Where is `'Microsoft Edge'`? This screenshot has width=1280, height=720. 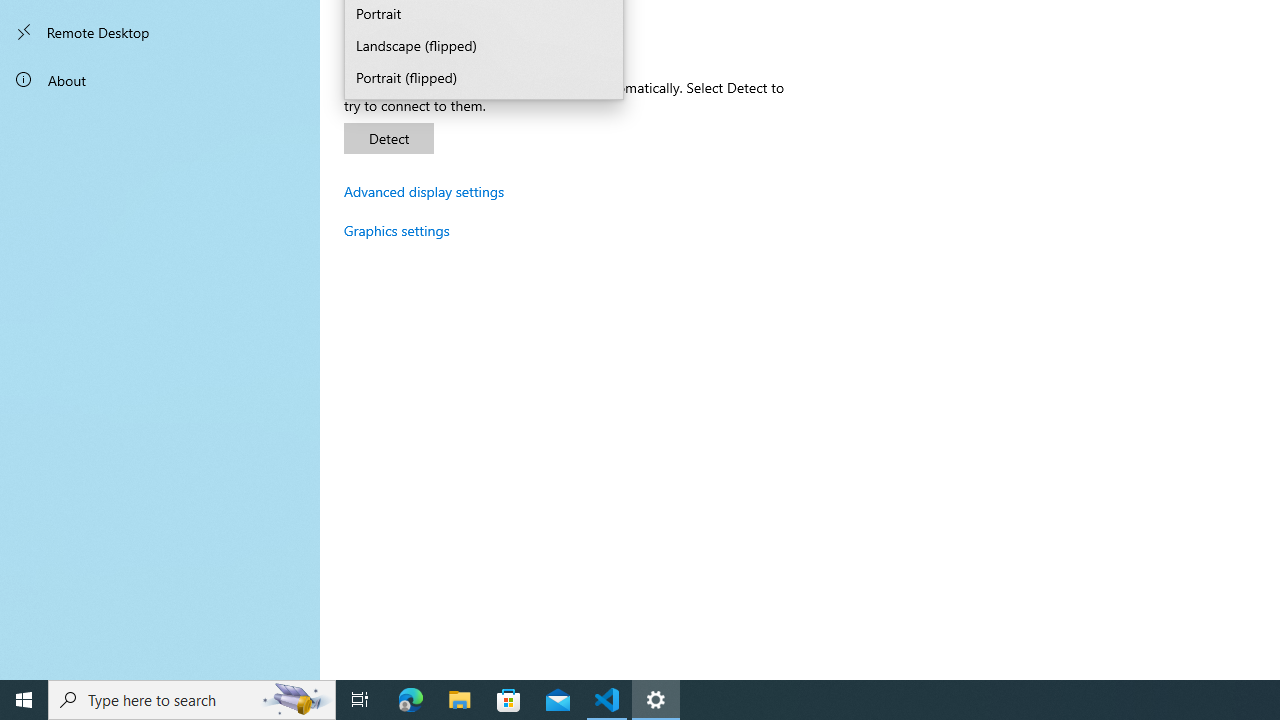
'Microsoft Edge' is located at coordinates (410, 698).